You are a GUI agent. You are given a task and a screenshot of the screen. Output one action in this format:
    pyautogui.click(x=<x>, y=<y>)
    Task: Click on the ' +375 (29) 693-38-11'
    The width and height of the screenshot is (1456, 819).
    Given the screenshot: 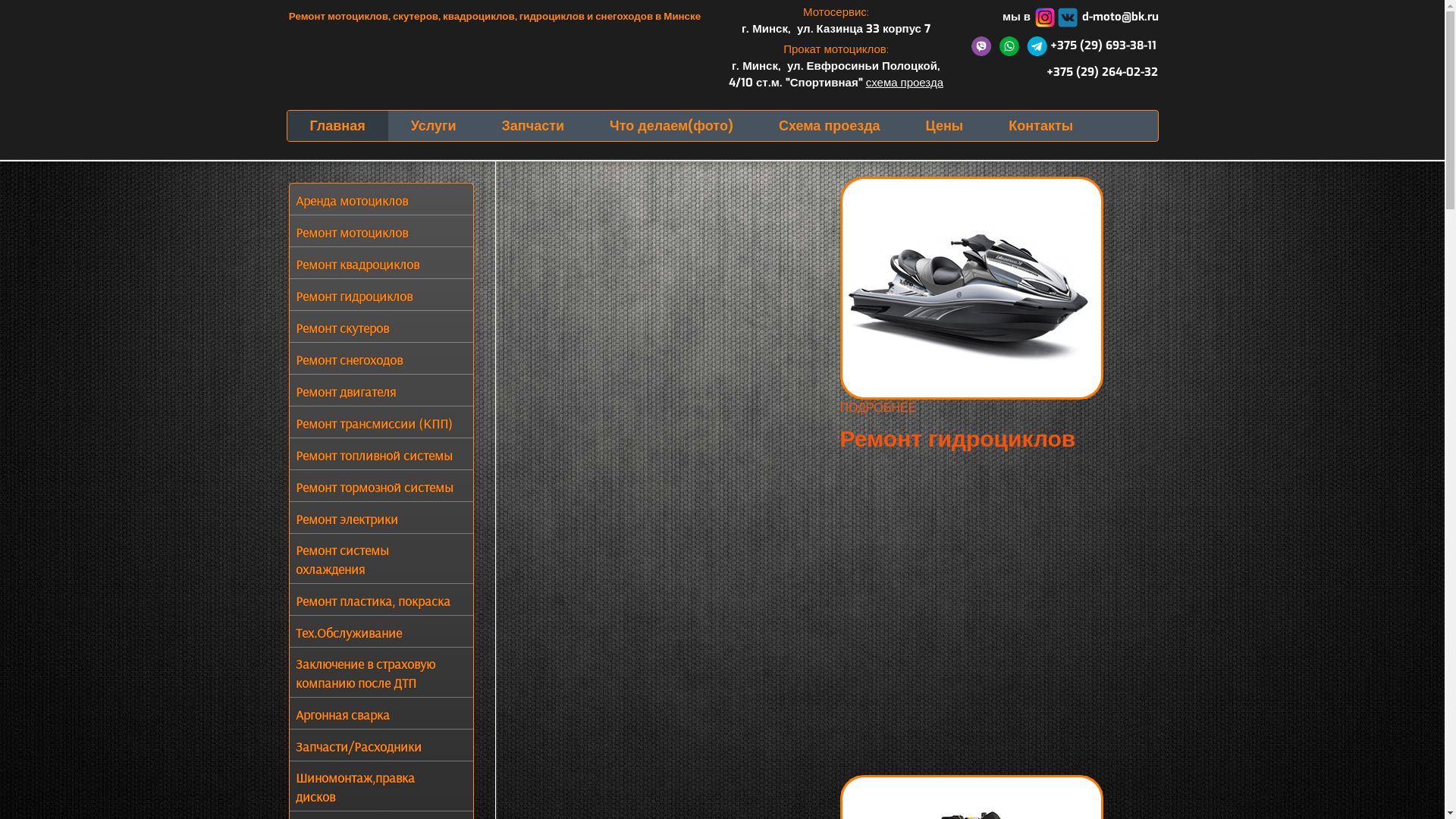 What is the action you would take?
    pyautogui.click(x=1062, y=45)
    